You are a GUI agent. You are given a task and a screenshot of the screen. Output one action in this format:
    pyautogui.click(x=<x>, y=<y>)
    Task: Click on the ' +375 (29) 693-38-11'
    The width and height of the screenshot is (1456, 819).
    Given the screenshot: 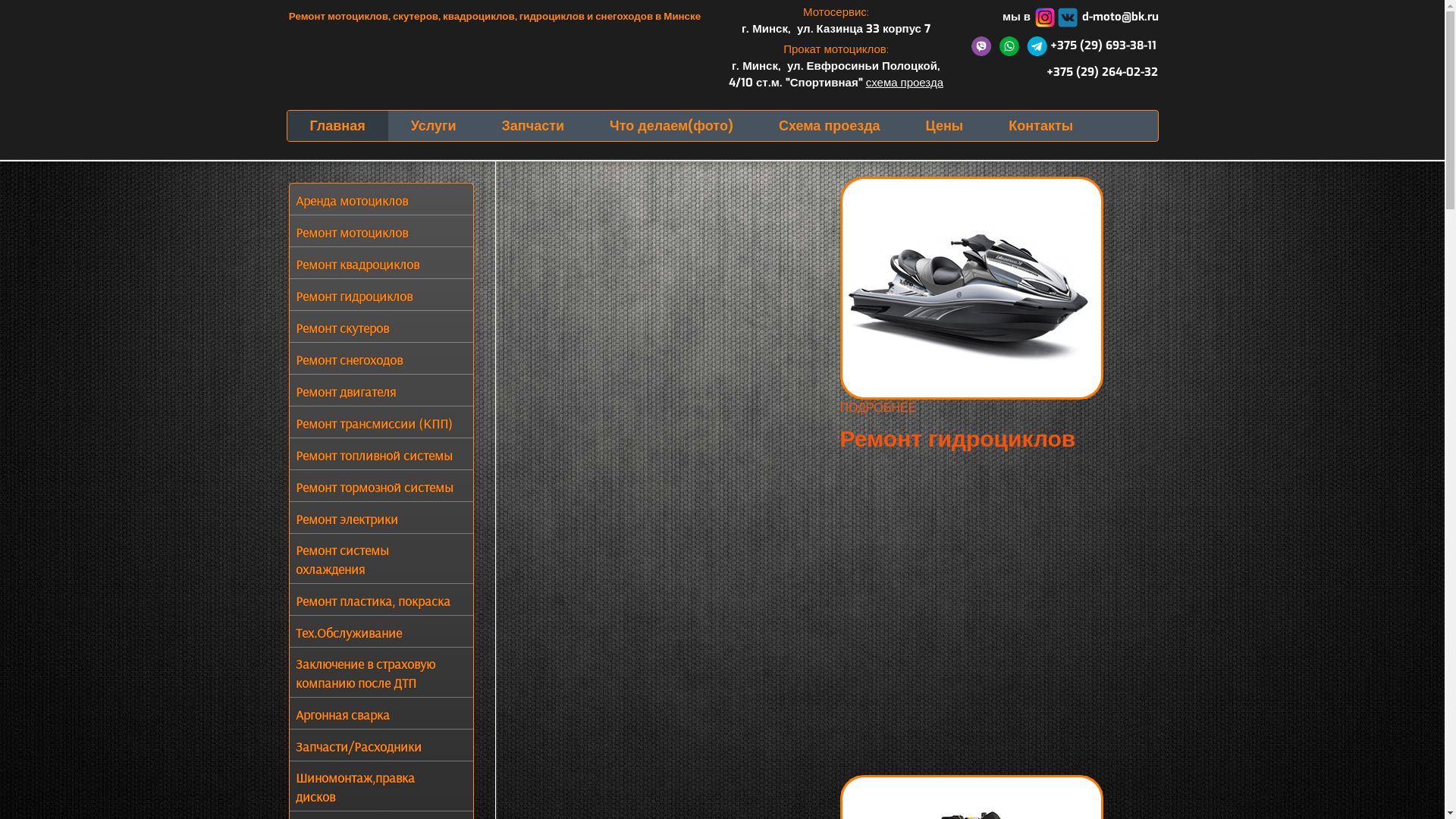 What is the action you would take?
    pyautogui.click(x=1062, y=45)
    